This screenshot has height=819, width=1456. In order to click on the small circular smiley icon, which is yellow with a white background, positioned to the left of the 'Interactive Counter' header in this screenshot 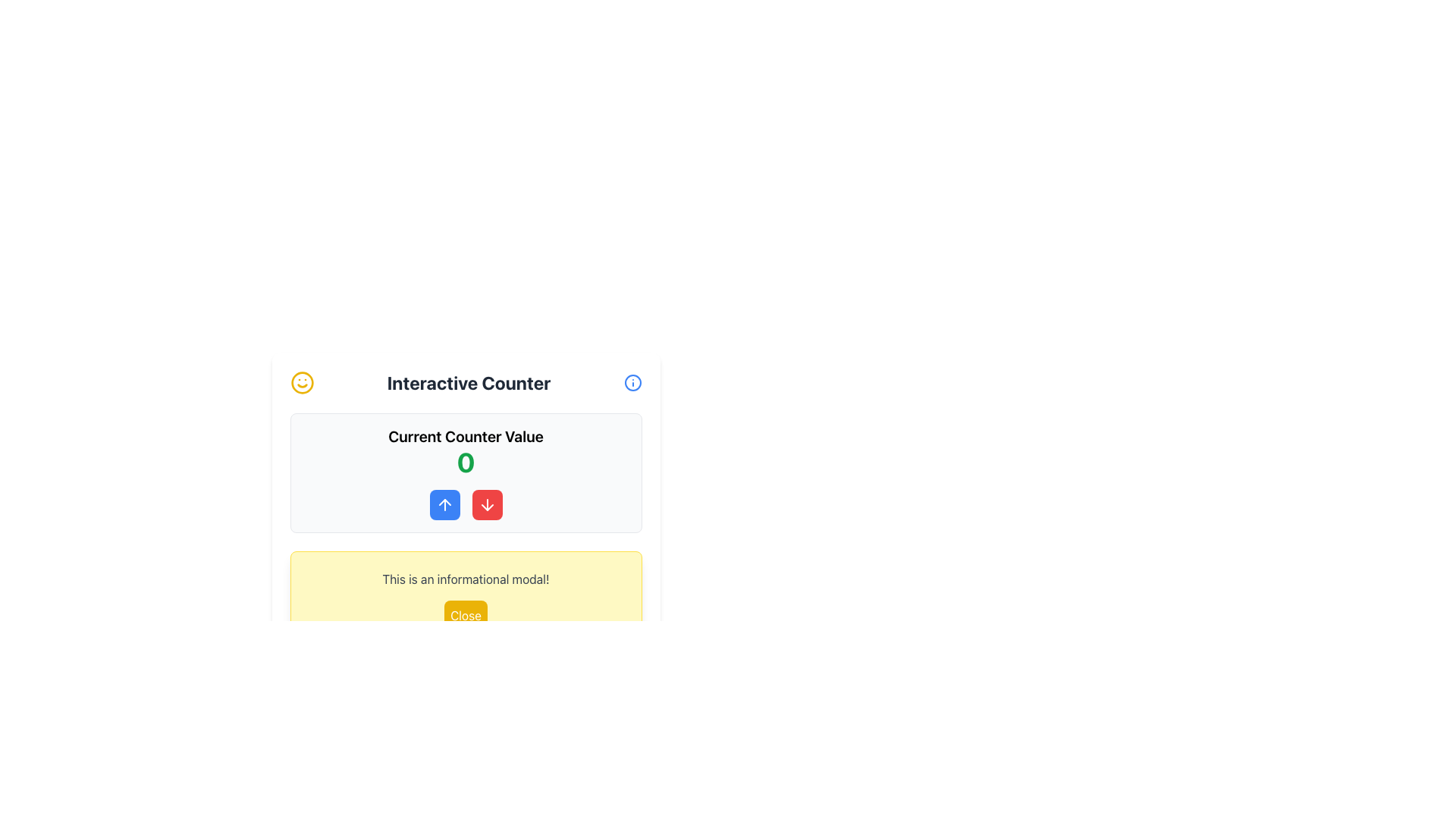, I will do `click(302, 382)`.